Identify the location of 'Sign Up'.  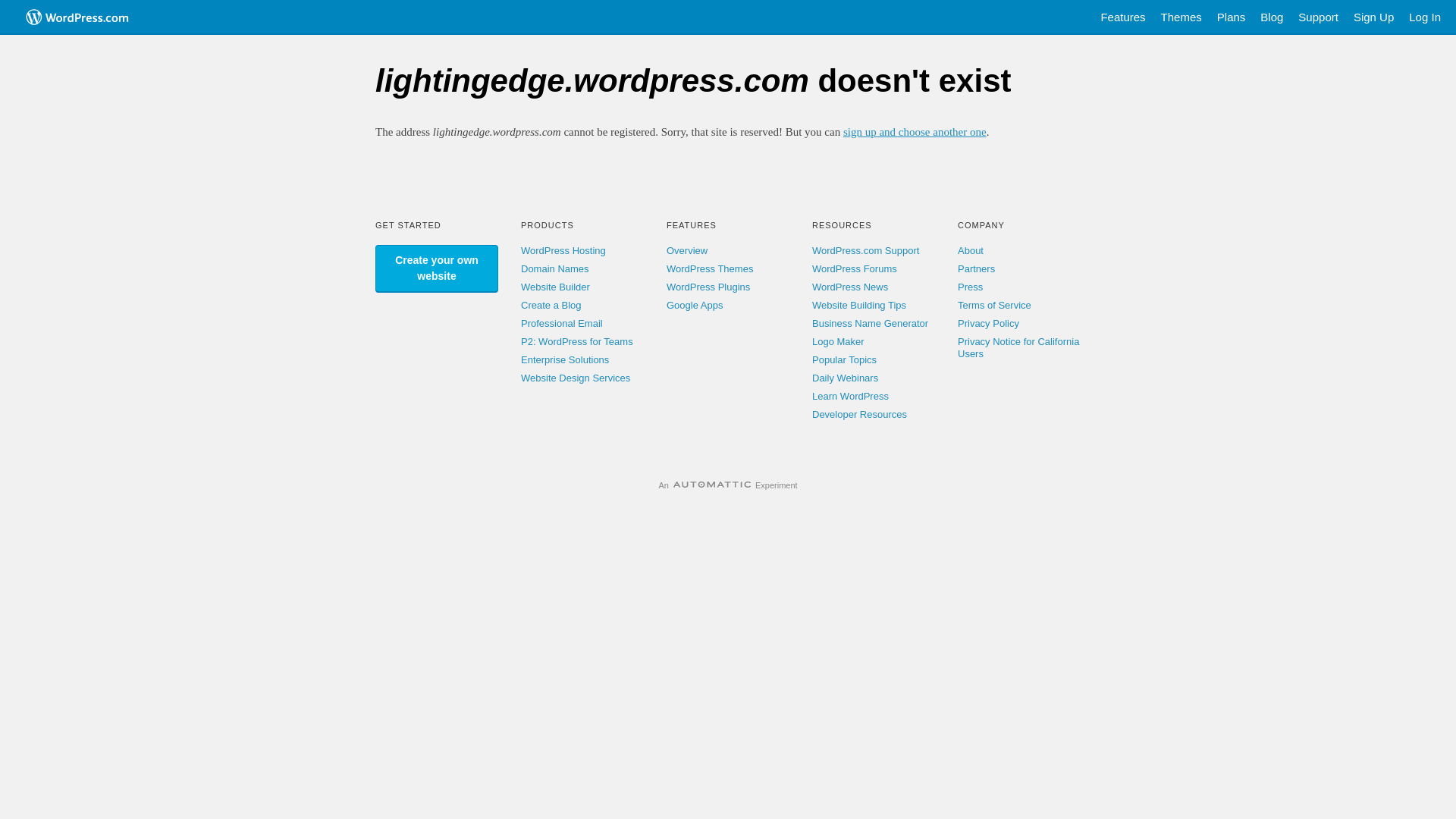
(1373, 17).